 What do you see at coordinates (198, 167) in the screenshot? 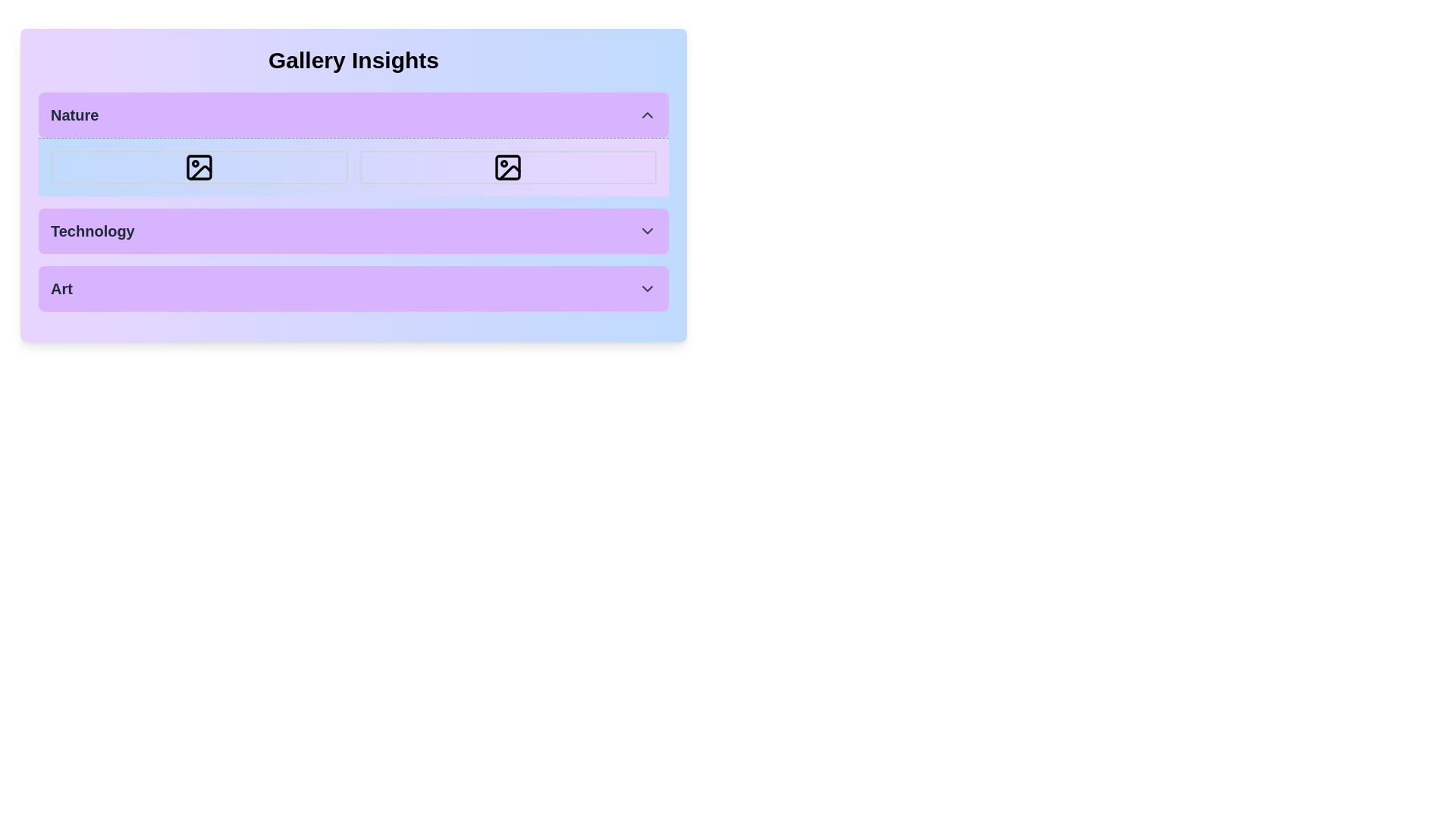
I see `the icon representing an image or gallery item located in the 'Nature' row of the 'Gallery Insights' panel` at bounding box center [198, 167].